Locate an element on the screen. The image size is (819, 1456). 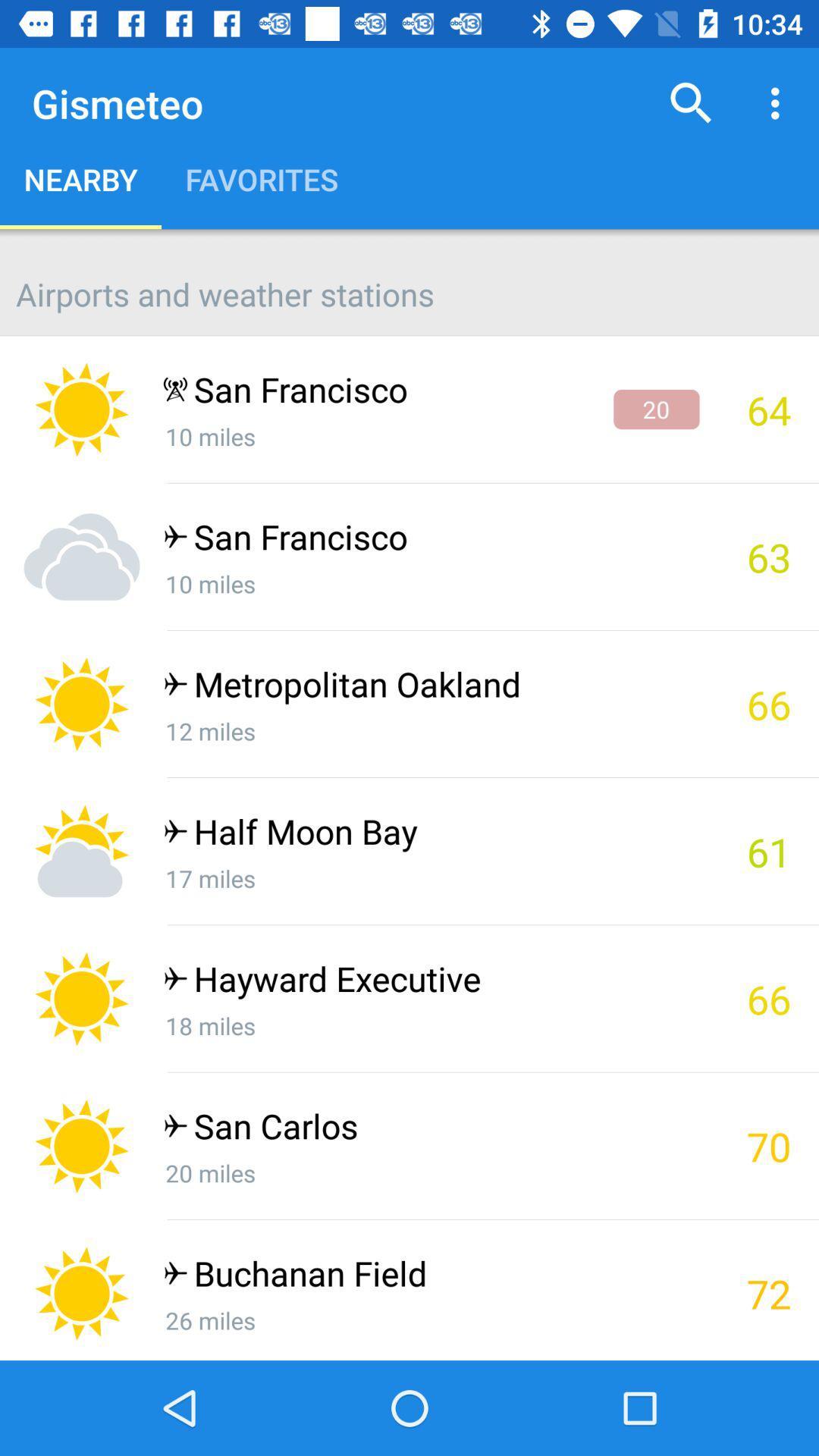
61 item is located at coordinates (759, 852).